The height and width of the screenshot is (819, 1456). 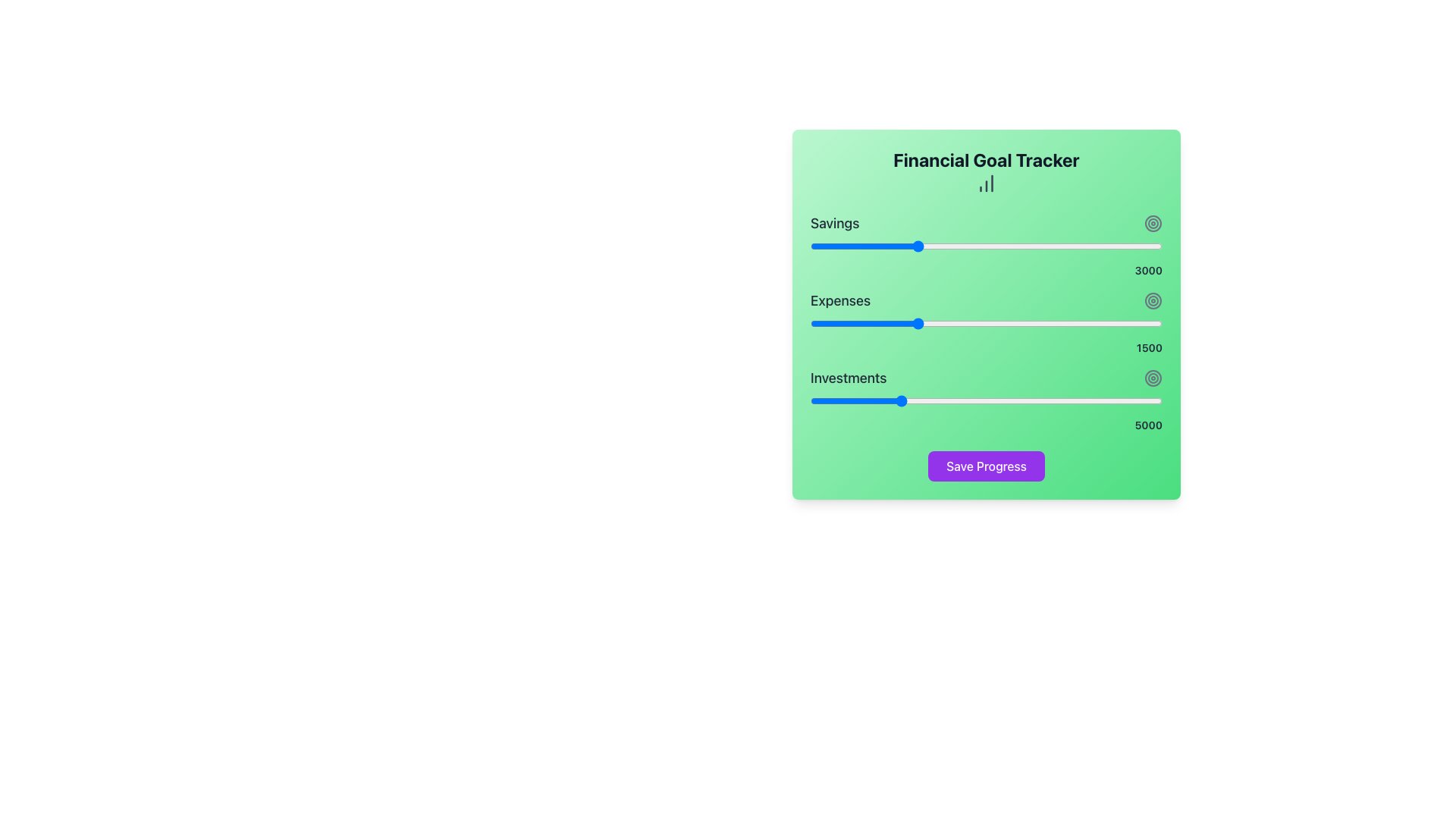 What do you see at coordinates (986, 245) in the screenshot?
I see `the range slider located beneath the 'Savings' text to set the desired value within the range of 0 to 10000` at bounding box center [986, 245].